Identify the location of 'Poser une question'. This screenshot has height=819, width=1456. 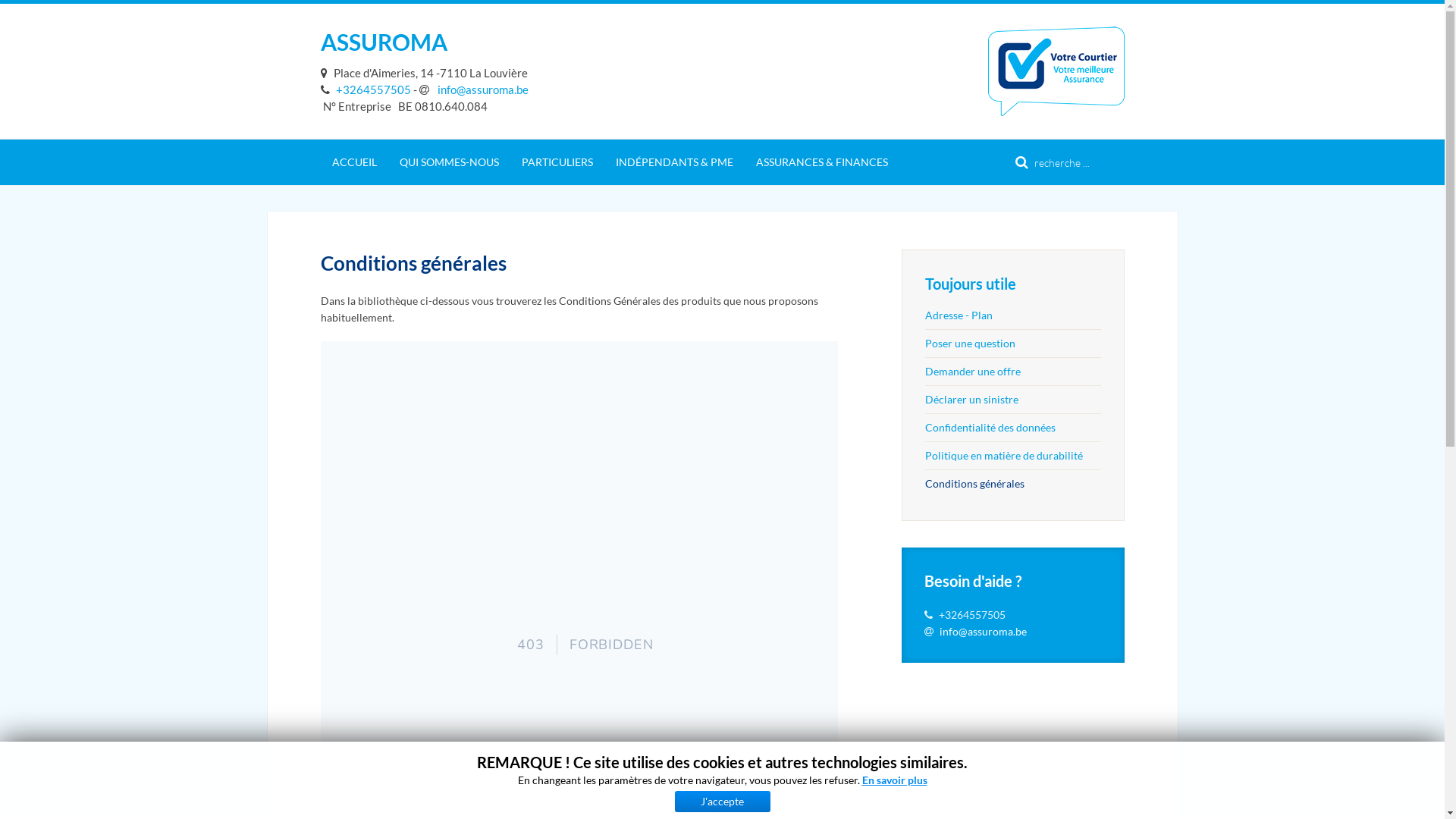
(1012, 343).